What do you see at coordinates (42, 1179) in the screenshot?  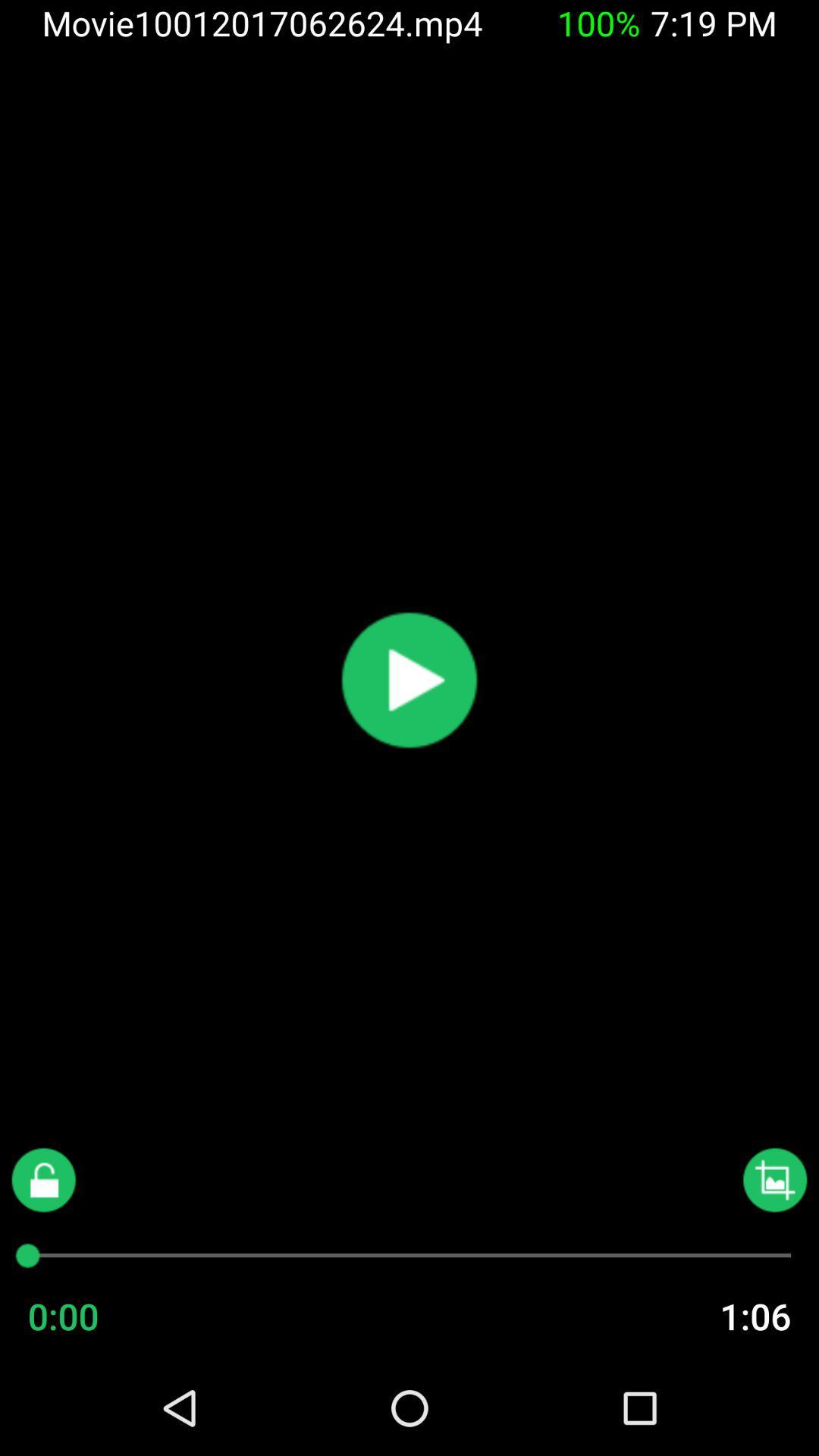 I see `lock screen` at bounding box center [42, 1179].